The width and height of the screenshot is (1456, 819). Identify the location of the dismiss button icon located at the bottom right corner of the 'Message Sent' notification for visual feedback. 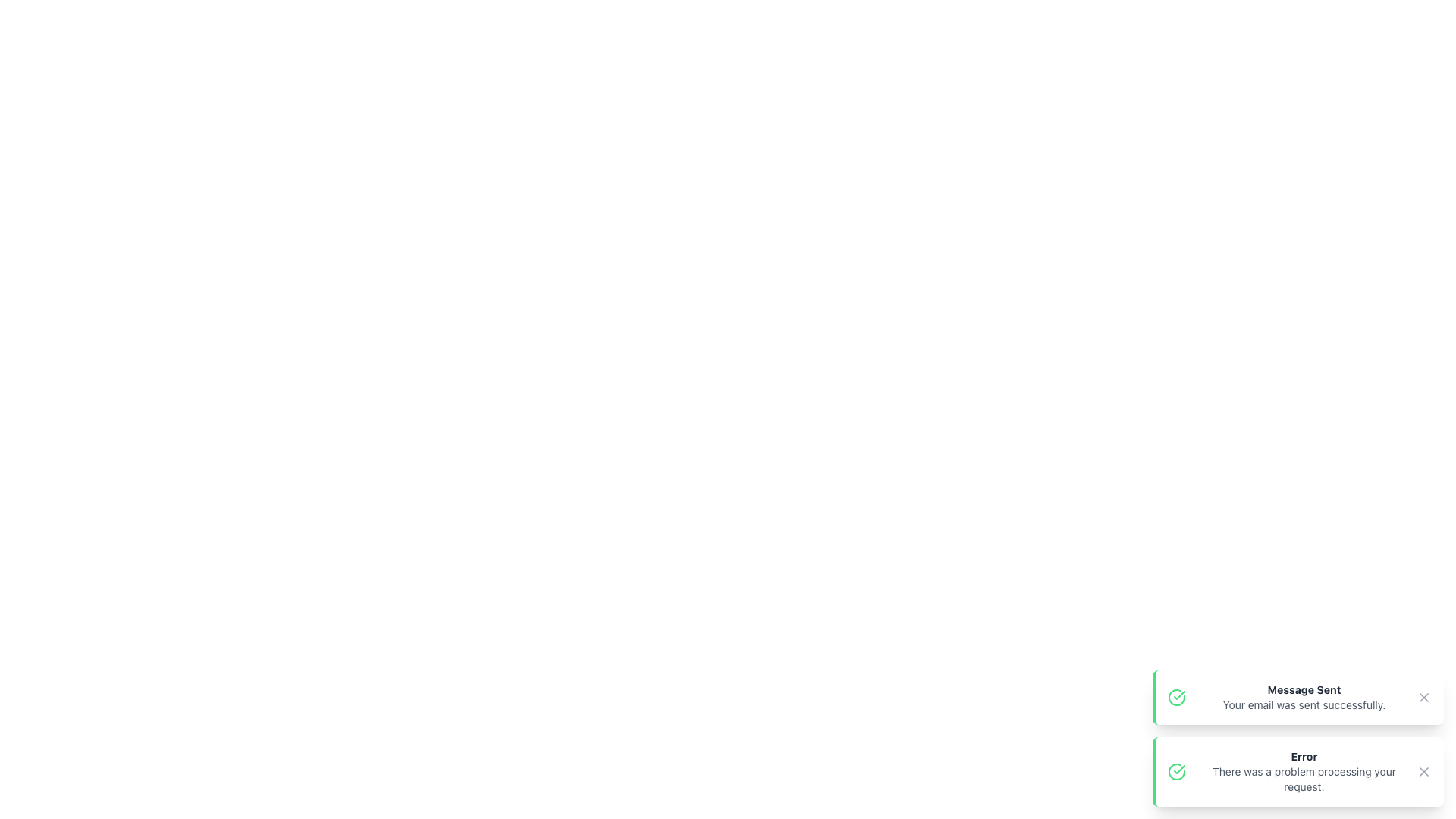
(1423, 698).